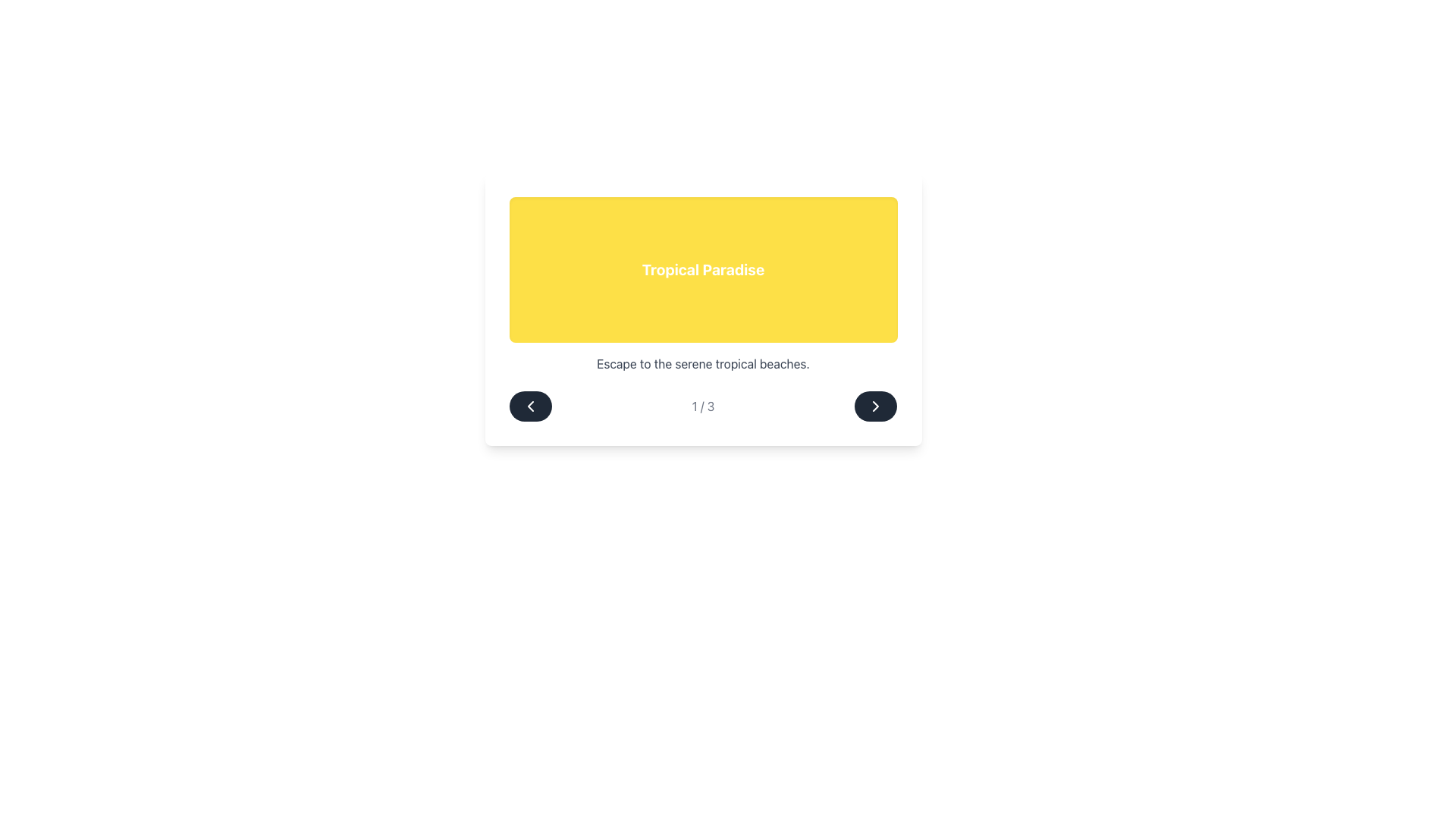  Describe the element at coordinates (876, 406) in the screenshot. I see `the rightward chevron icon of the Navigation Control` at that location.